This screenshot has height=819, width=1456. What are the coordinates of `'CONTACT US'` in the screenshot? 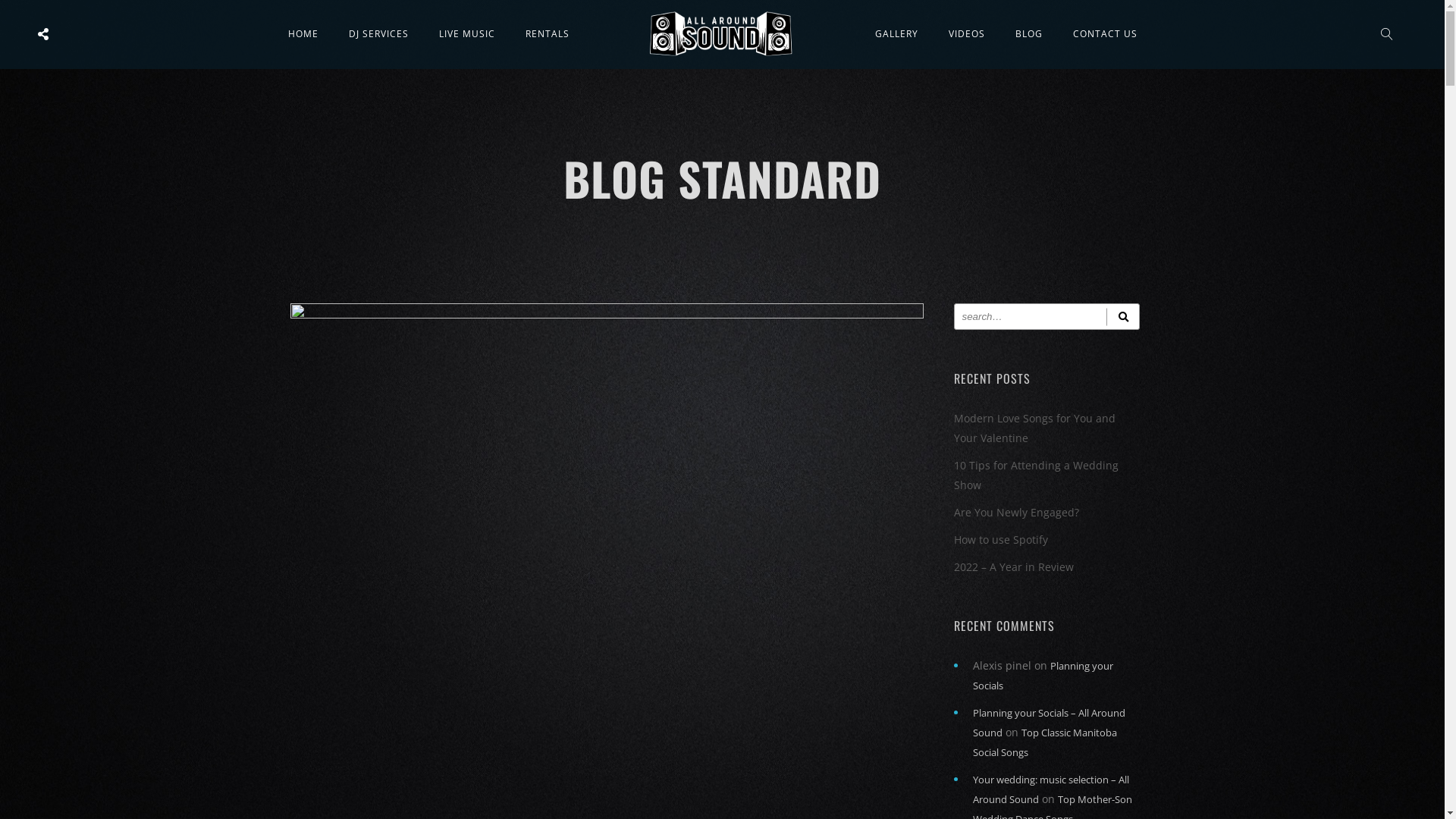 It's located at (1058, 33).